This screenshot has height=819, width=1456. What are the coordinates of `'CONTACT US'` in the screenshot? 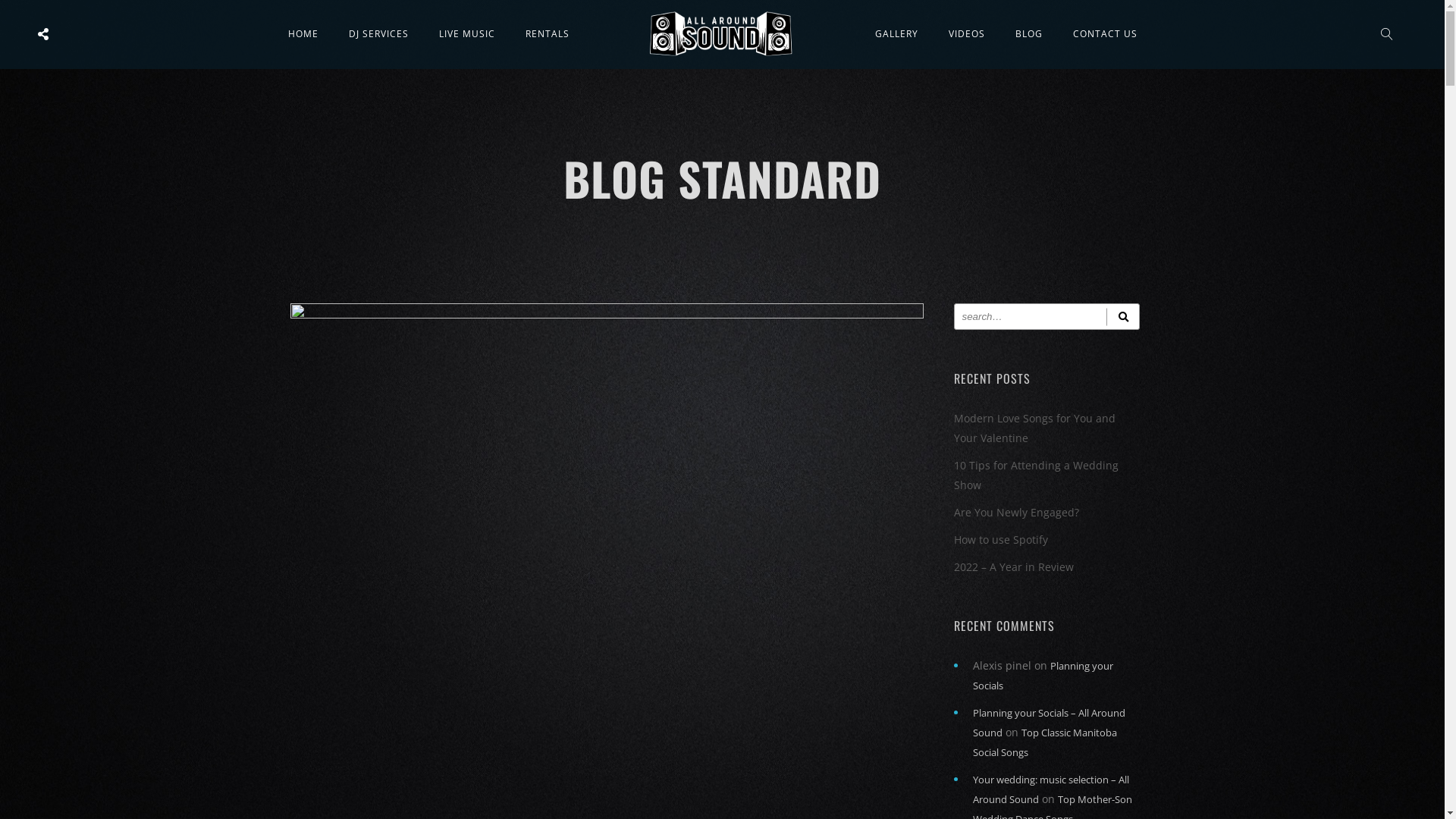 It's located at (1058, 33).